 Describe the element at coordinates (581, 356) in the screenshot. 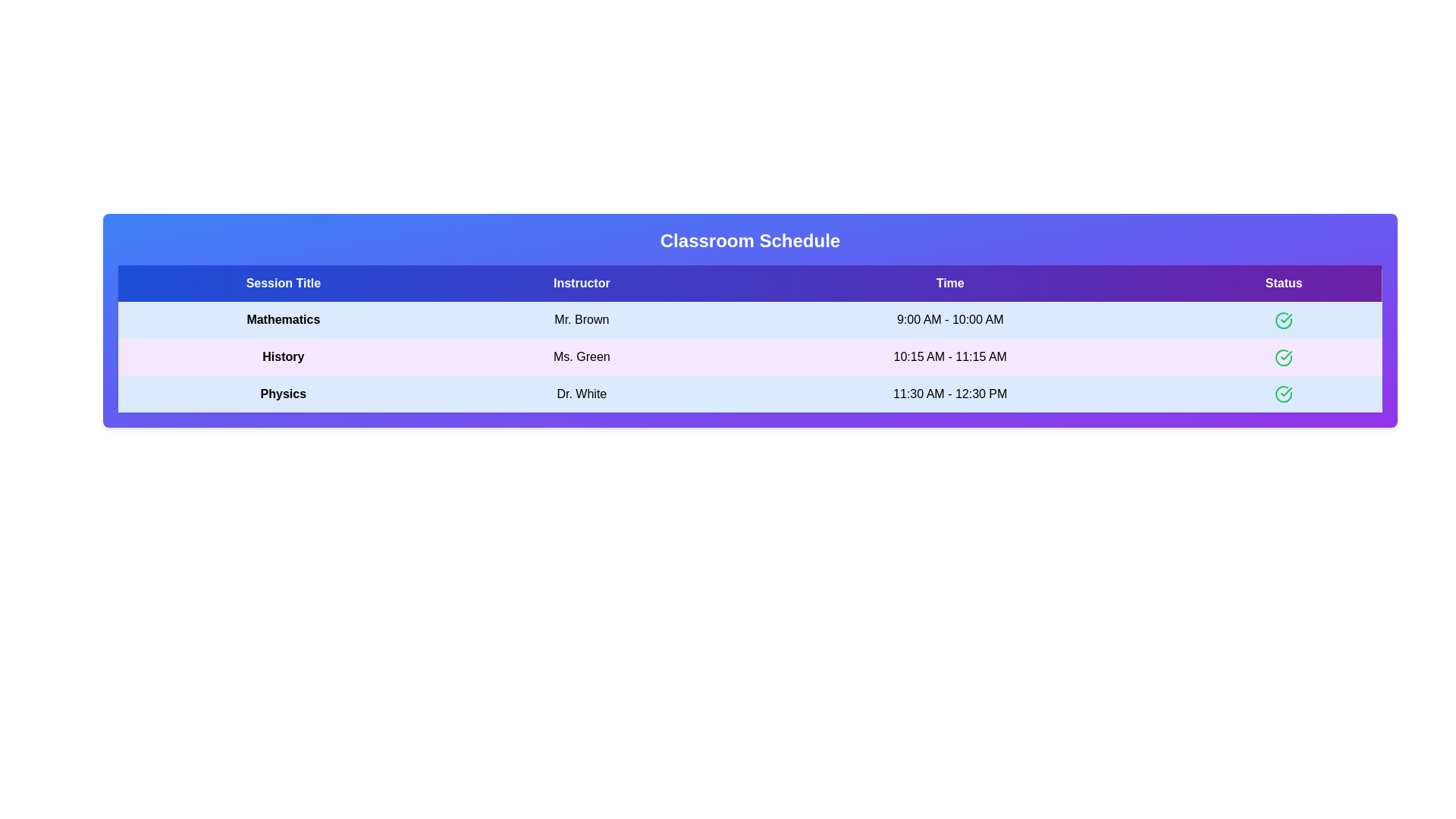

I see `the text element Ms. Green to select or copy its content` at that location.